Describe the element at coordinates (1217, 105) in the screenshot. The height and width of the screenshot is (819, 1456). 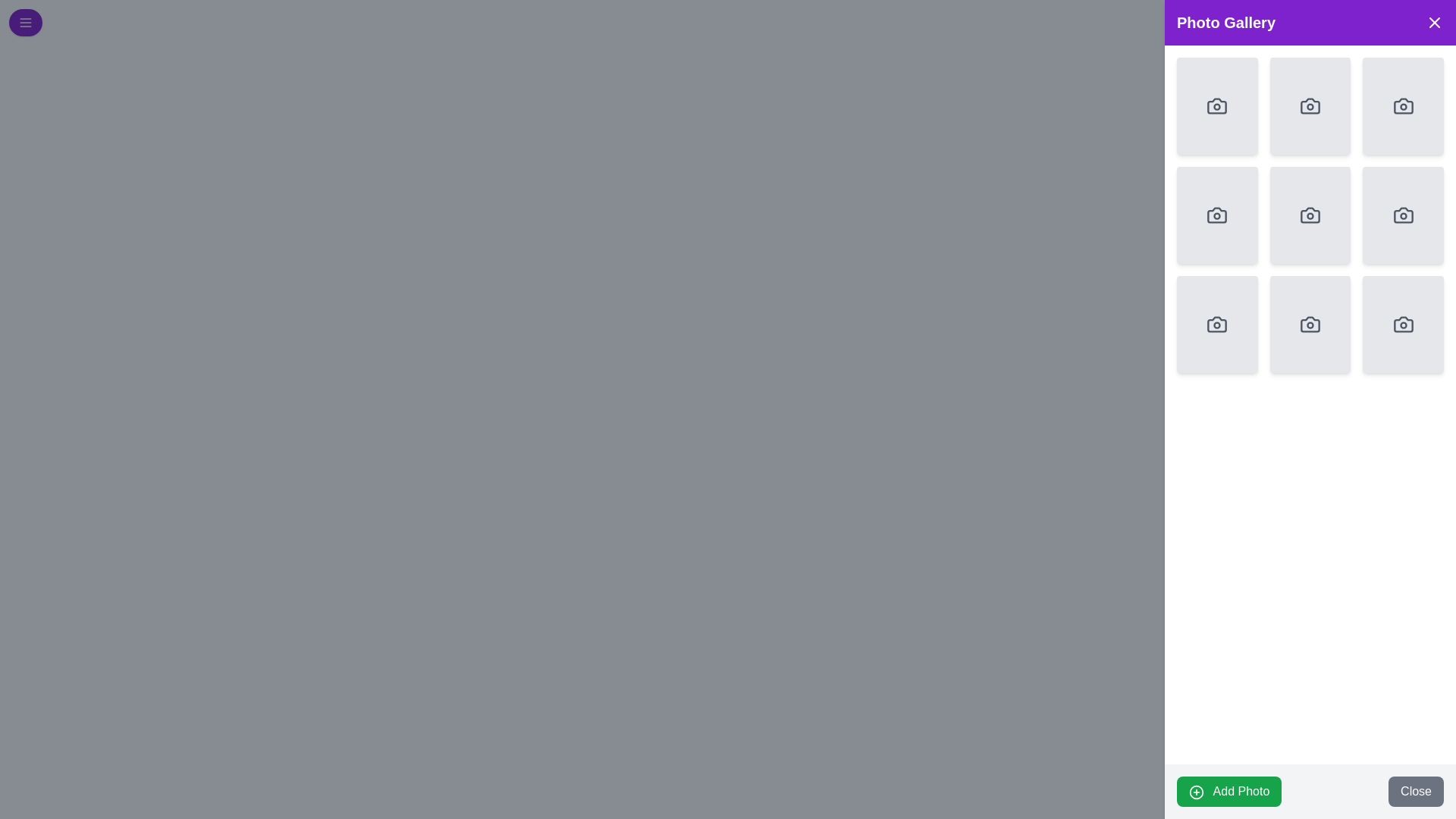
I see `the static visual placeholder or icon-holder that serves as a photo placeholder located in the top-left corner of the grid layout in the right-hand panel` at that location.